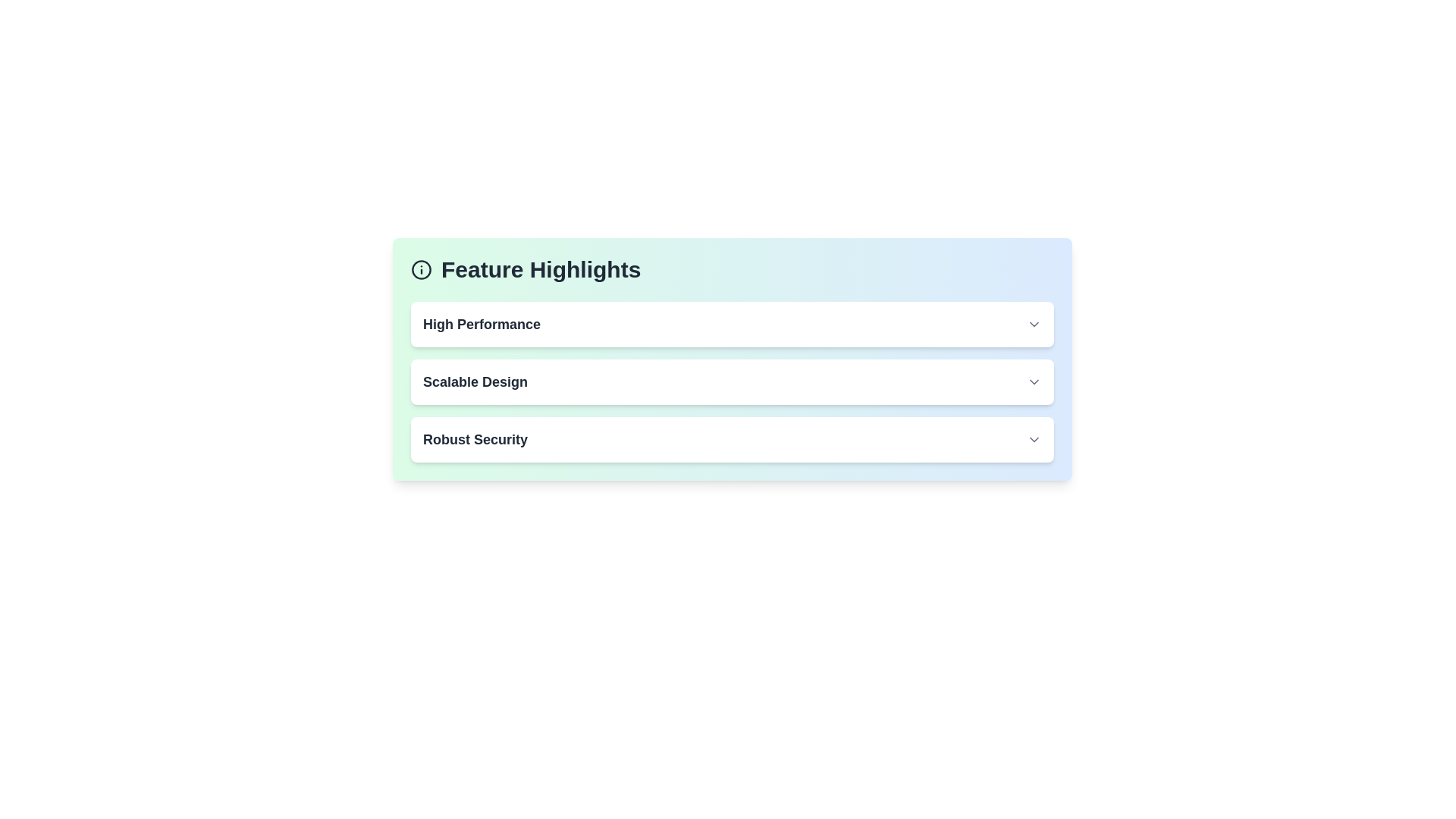  What do you see at coordinates (1033, 381) in the screenshot?
I see `the Dropdown Toggle Icon located in the upper-right corner of the 'Scalable Design' block within the 'Feature Highlights' list` at bounding box center [1033, 381].